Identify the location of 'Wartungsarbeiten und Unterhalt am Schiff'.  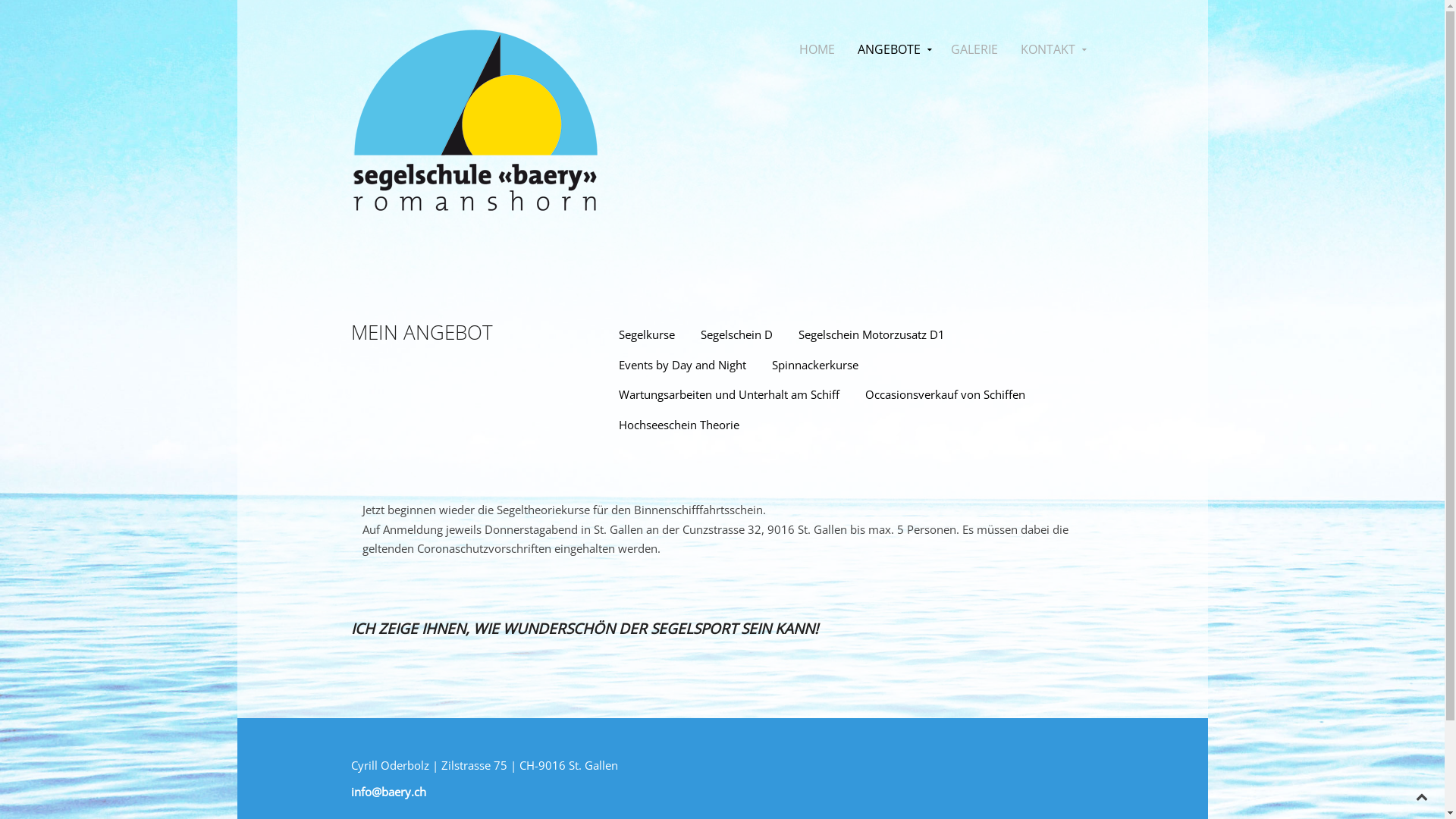
(729, 394).